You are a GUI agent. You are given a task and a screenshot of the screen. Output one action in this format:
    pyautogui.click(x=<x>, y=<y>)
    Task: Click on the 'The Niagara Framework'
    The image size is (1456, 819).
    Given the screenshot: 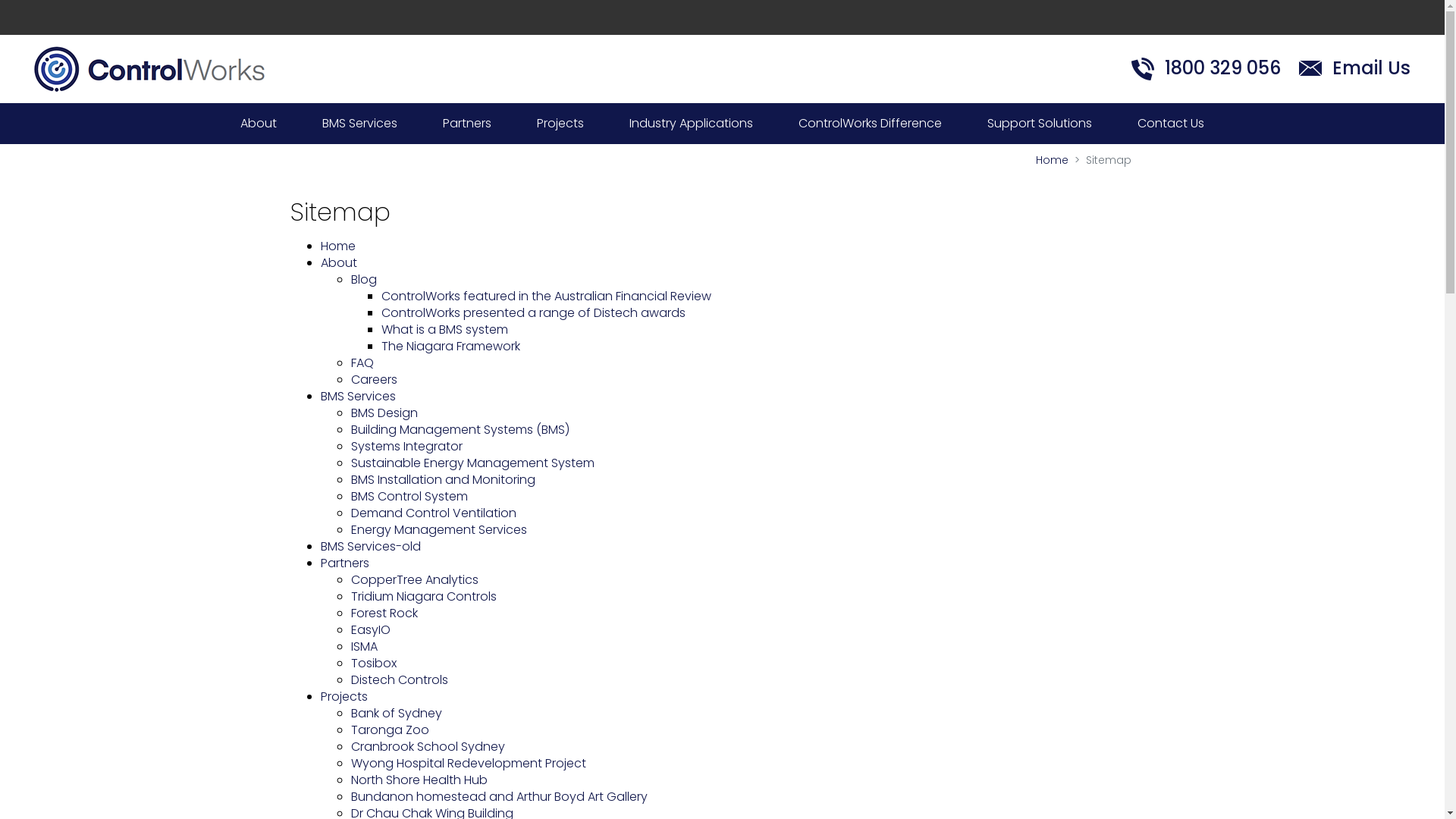 What is the action you would take?
    pyautogui.click(x=381, y=346)
    